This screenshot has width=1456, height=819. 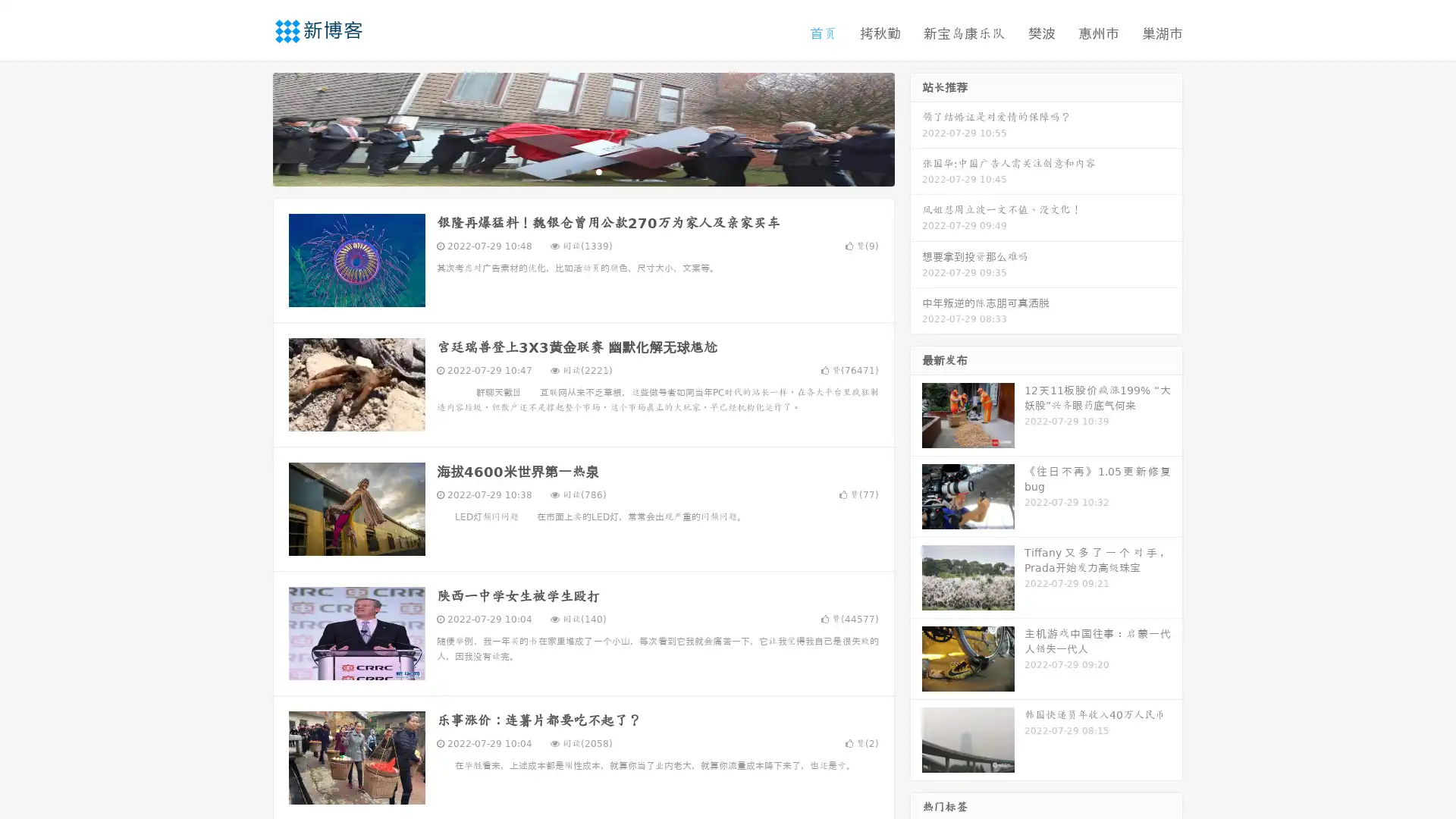 I want to click on Go to slide 3, so click(x=598, y=171).